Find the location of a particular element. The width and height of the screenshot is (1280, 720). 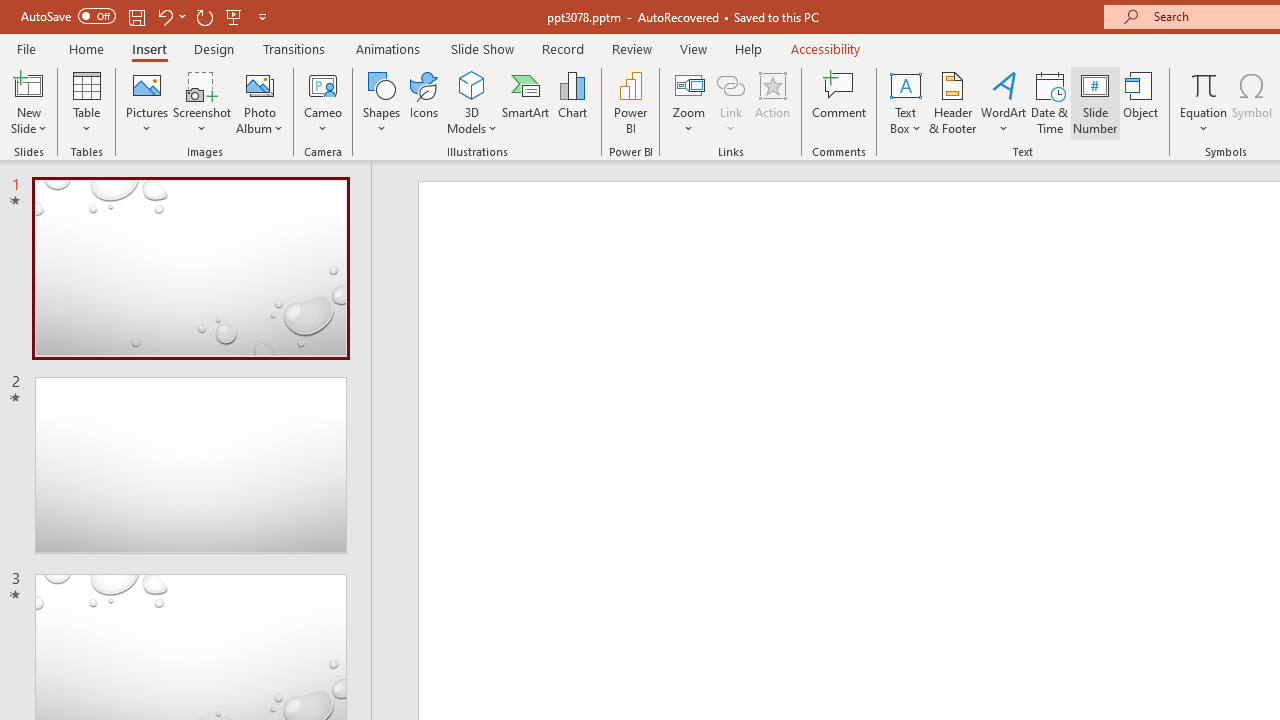

'Draw Horizontal Text Box' is located at coordinates (904, 84).